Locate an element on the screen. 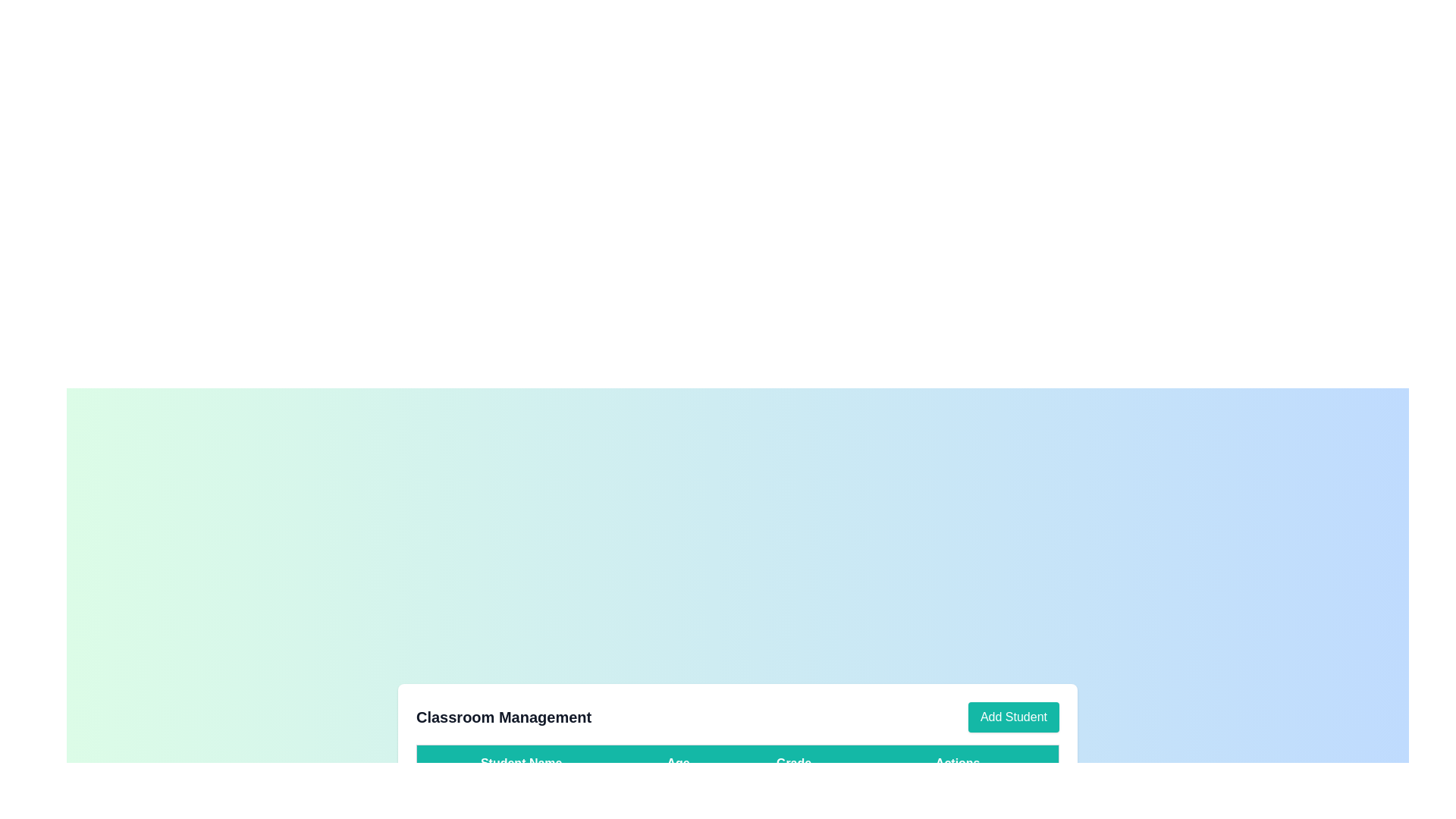 The height and width of the screenshot is (819, 1456). the bold text label 'Classroom Management' which is styled as a section header in dark-gray color is located at coordinates (504, 717).